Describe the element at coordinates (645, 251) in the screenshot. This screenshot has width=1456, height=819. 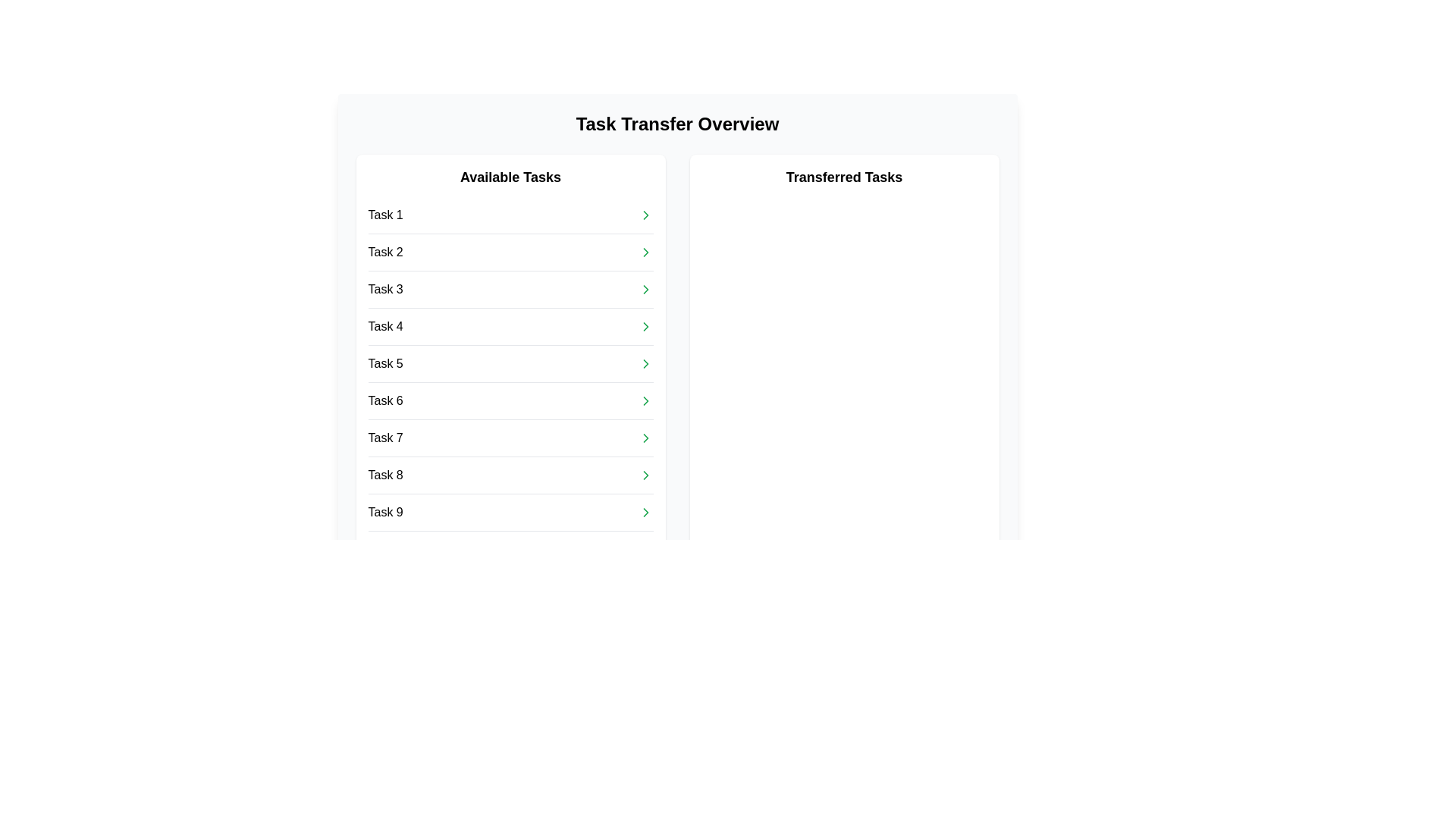
I see `the transfer icon located in the second row of the 'Available Tasks' section, to the right of 'Task 2', to transfer the task` at that location.